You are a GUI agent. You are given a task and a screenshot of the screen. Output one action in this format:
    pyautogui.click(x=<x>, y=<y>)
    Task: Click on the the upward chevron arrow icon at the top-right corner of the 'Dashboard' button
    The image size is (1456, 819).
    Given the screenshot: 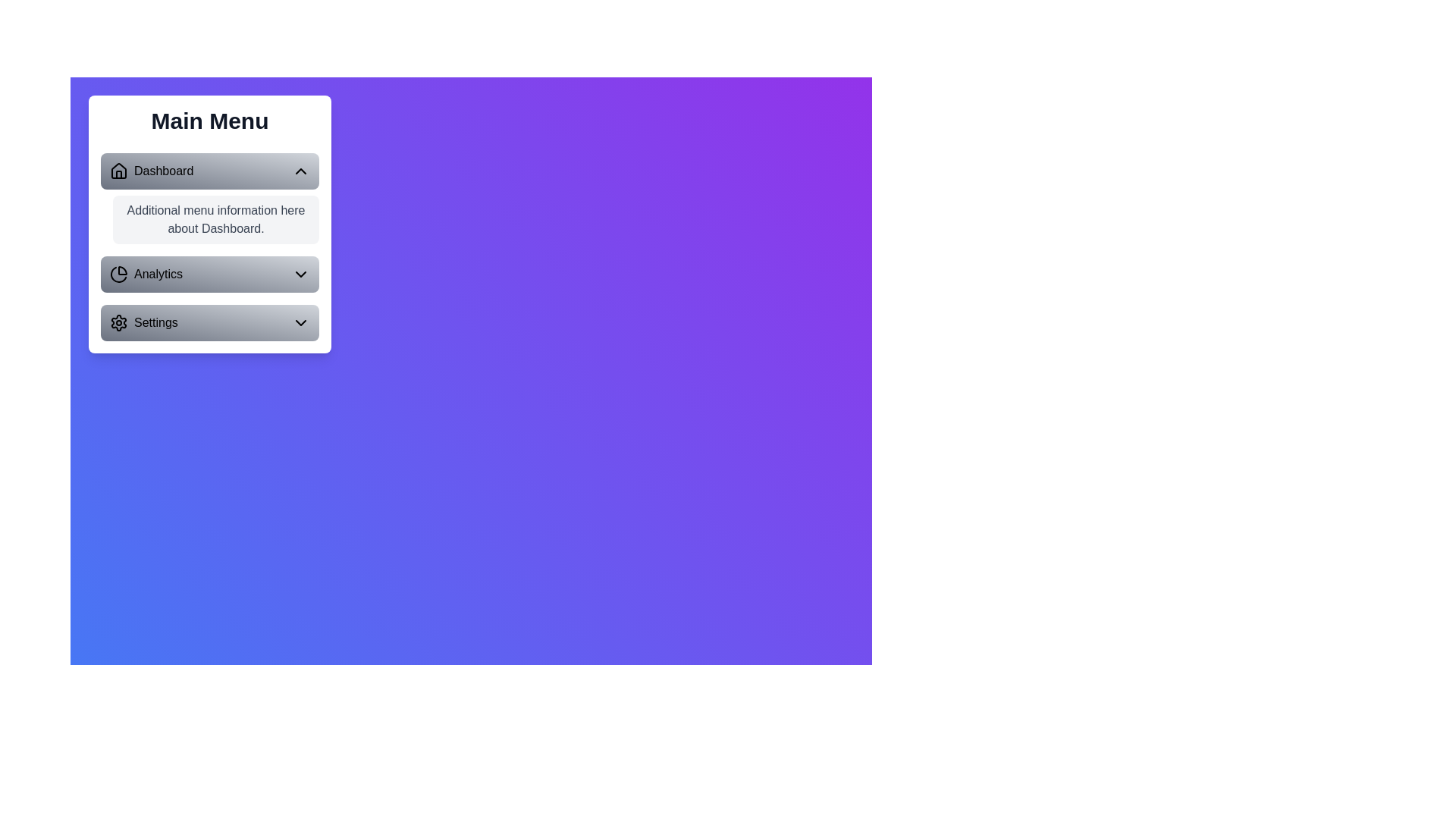 What is the action you would take?
    pyautogui.click(x=301, y=171)
    